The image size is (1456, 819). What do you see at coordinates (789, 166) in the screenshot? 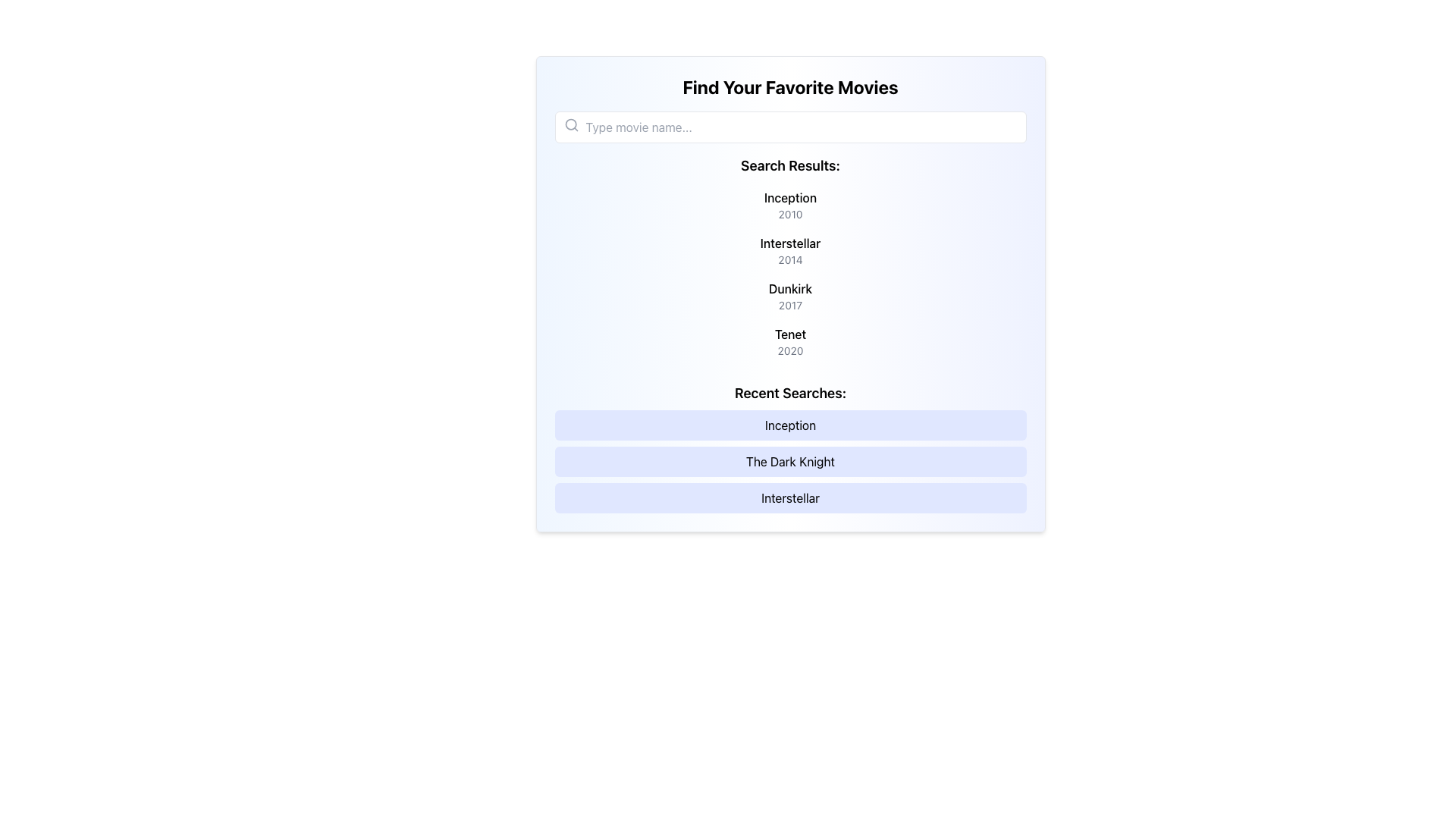
I see `the Text Label that serves as a section header for search results, positioned above the list of movie titles and years` at bounding box center [789, 166].